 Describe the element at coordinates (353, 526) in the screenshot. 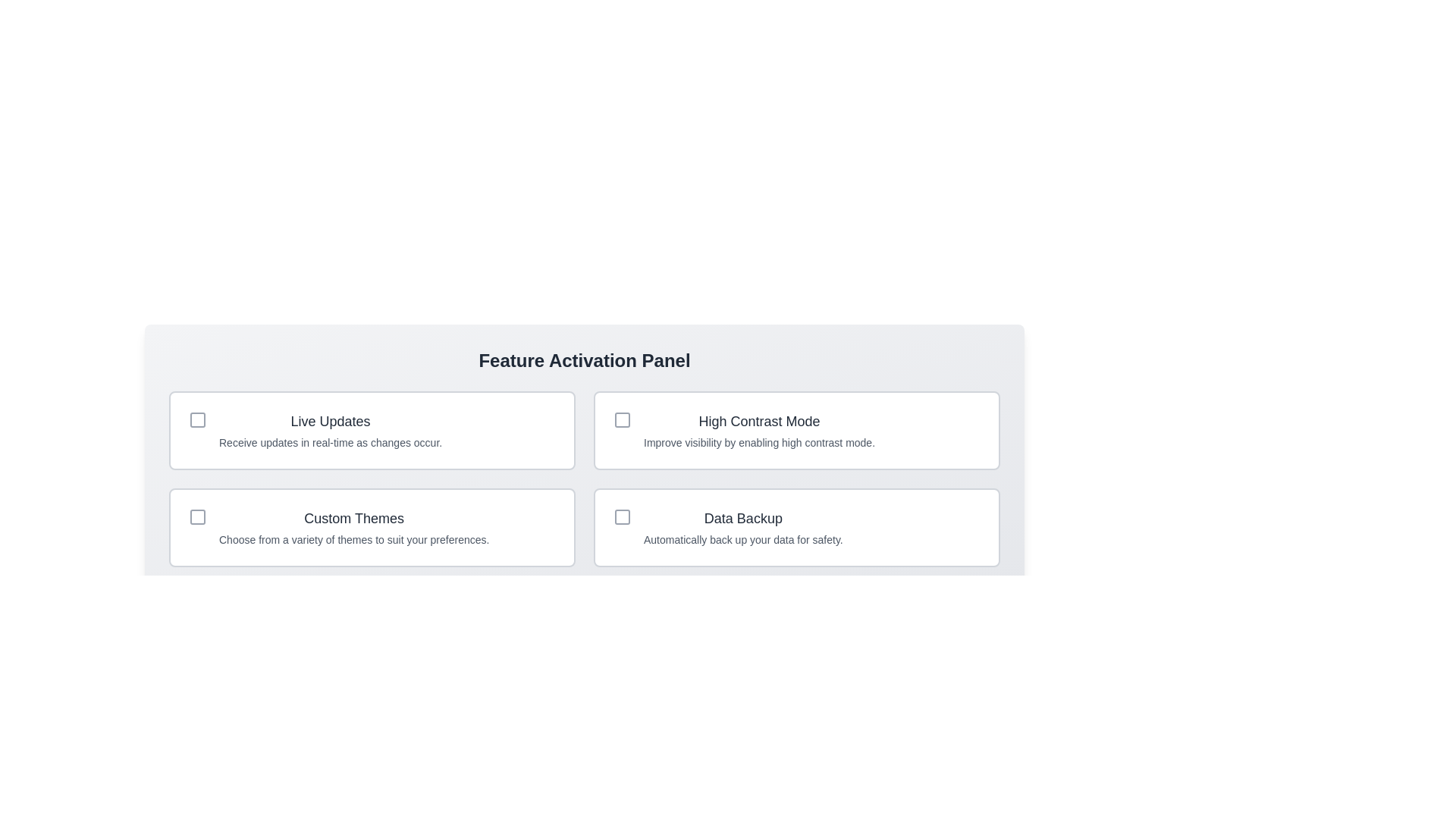

I see `the 'Custom Themes' text label which consists of two lines of text, with the first line in bold and larger font and the second line in smaller and lighter font, located in the bottom-left quadrant of the interface` at that location.